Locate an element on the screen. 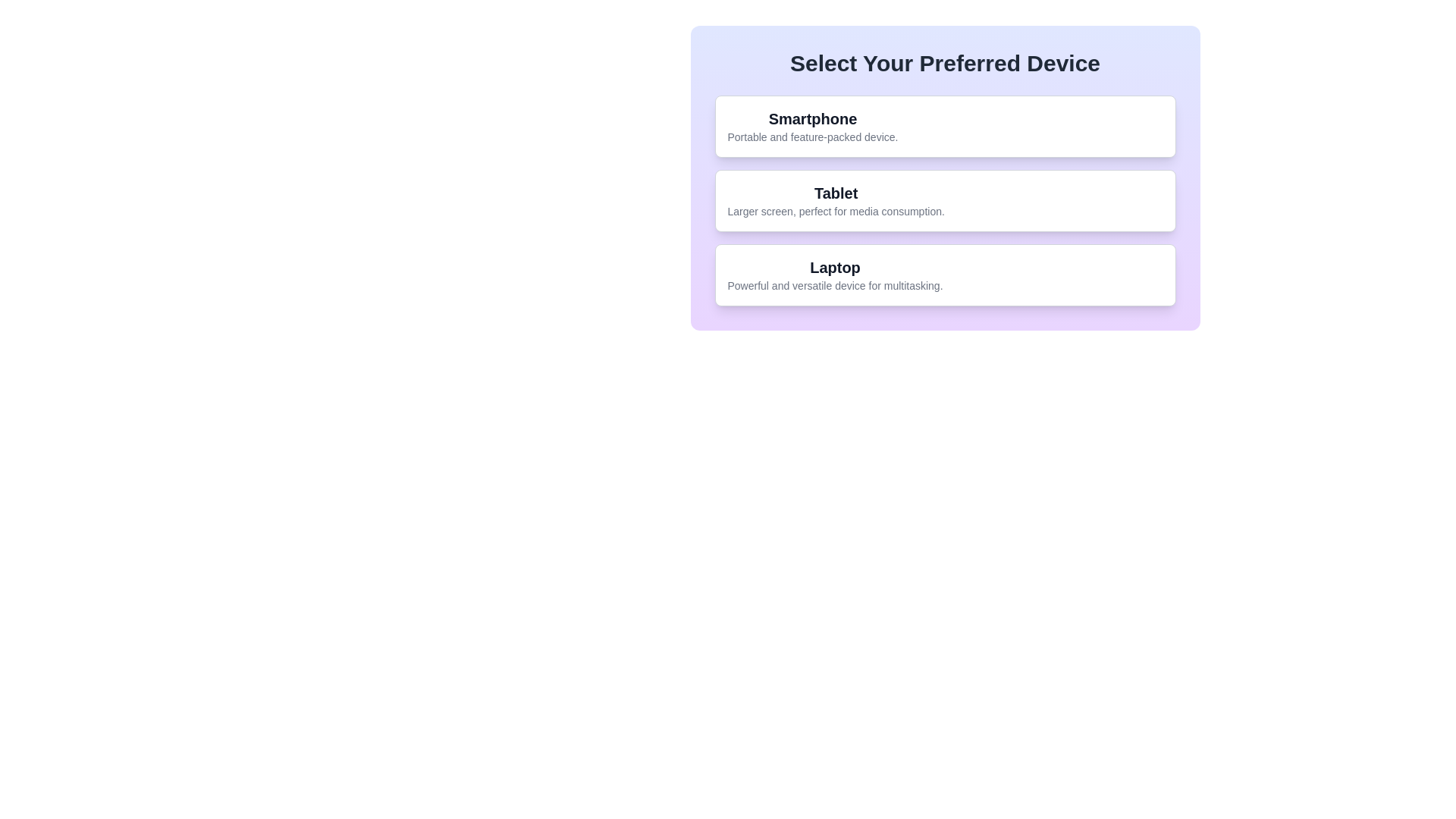 This screenshot has height=819, width=1456. the Information Card for the Laptop category, which is the third option in the vertical list under 'Select Your Preferred Device' is located at coordinates (944, 275).